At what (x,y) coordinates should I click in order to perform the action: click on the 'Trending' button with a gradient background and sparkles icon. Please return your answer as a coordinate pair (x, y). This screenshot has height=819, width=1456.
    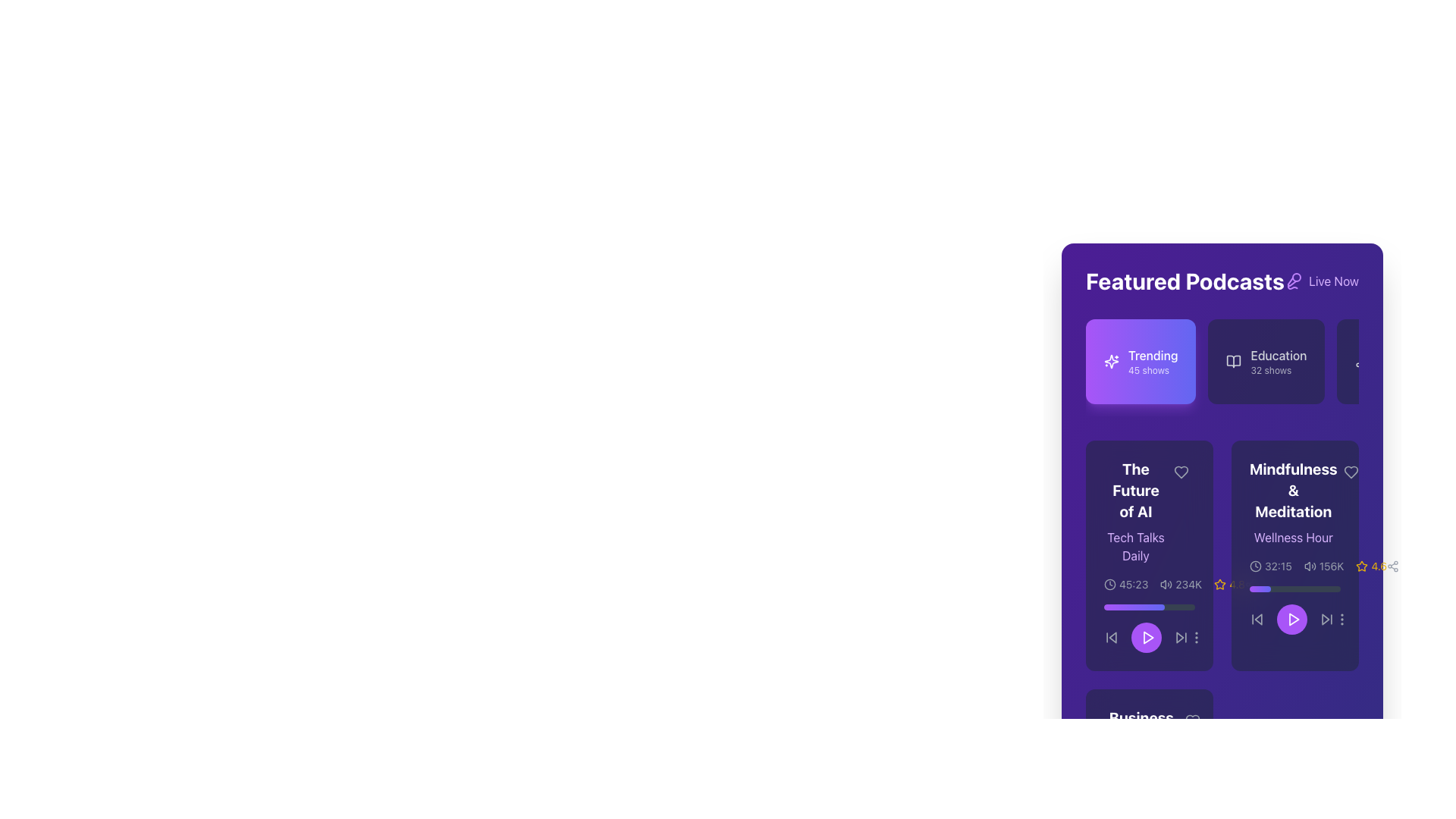
    Looking at the image, I should click on (1141, 362).